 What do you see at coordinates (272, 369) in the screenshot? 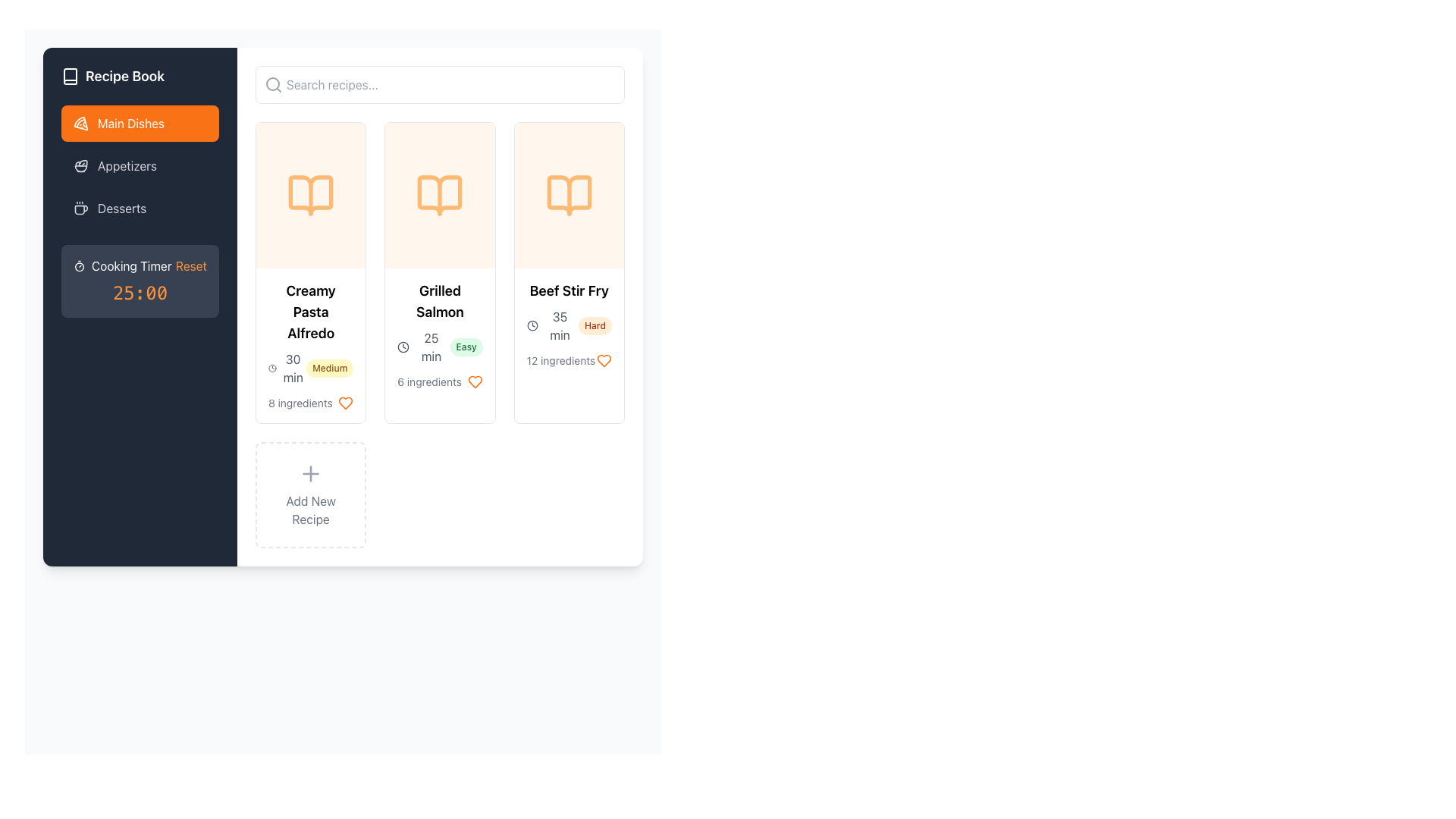
I see `the clock icon representing the preparation time of the 'Creamy Pasta Alfredo' dish, located in the leftmost card under the header section` at bounding box center [272, 369].